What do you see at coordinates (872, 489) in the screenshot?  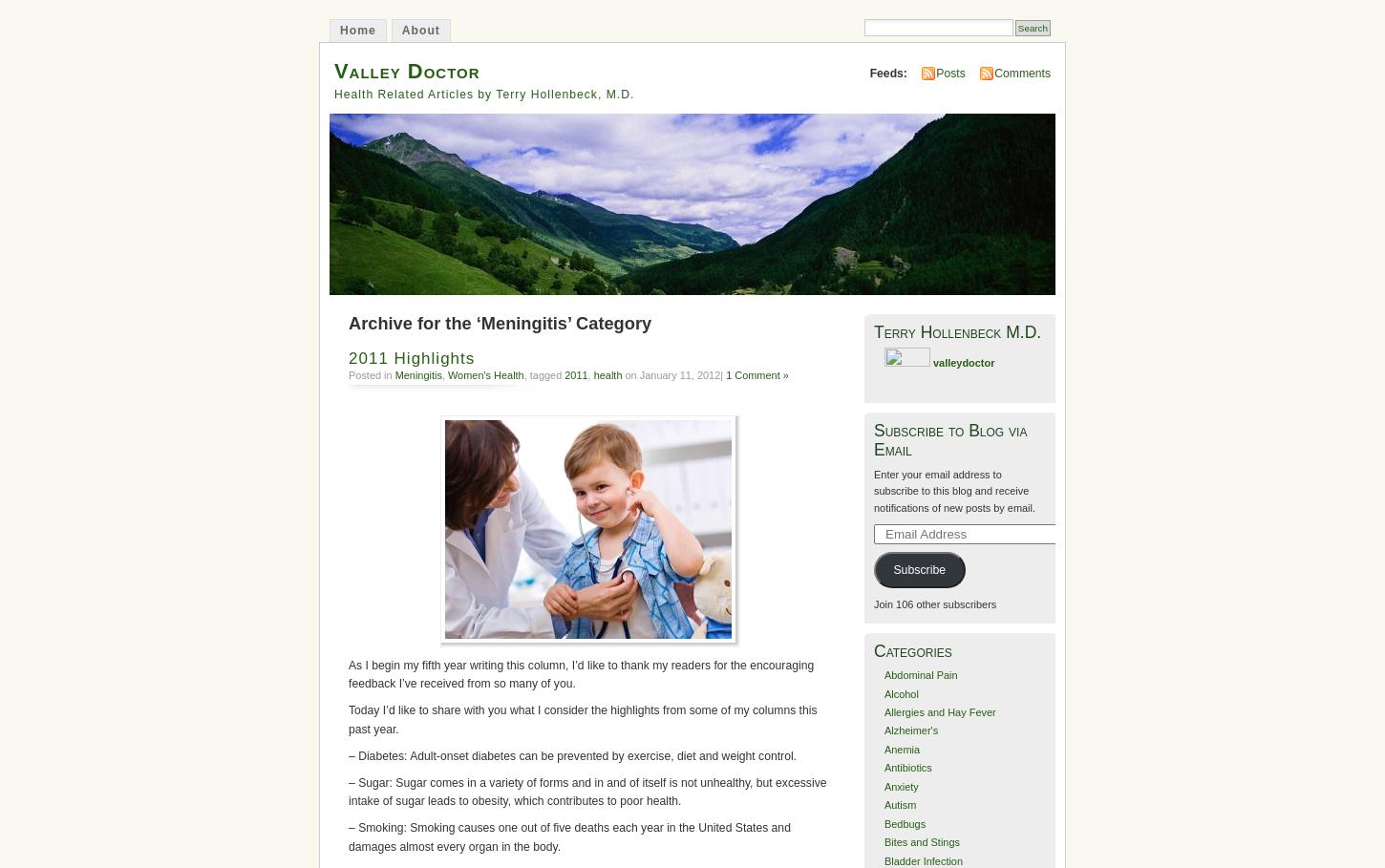 I see `'Enter your email address to subscribe to this blog and receive notifications of new posts by email.'` at bounding box center [872, 489].